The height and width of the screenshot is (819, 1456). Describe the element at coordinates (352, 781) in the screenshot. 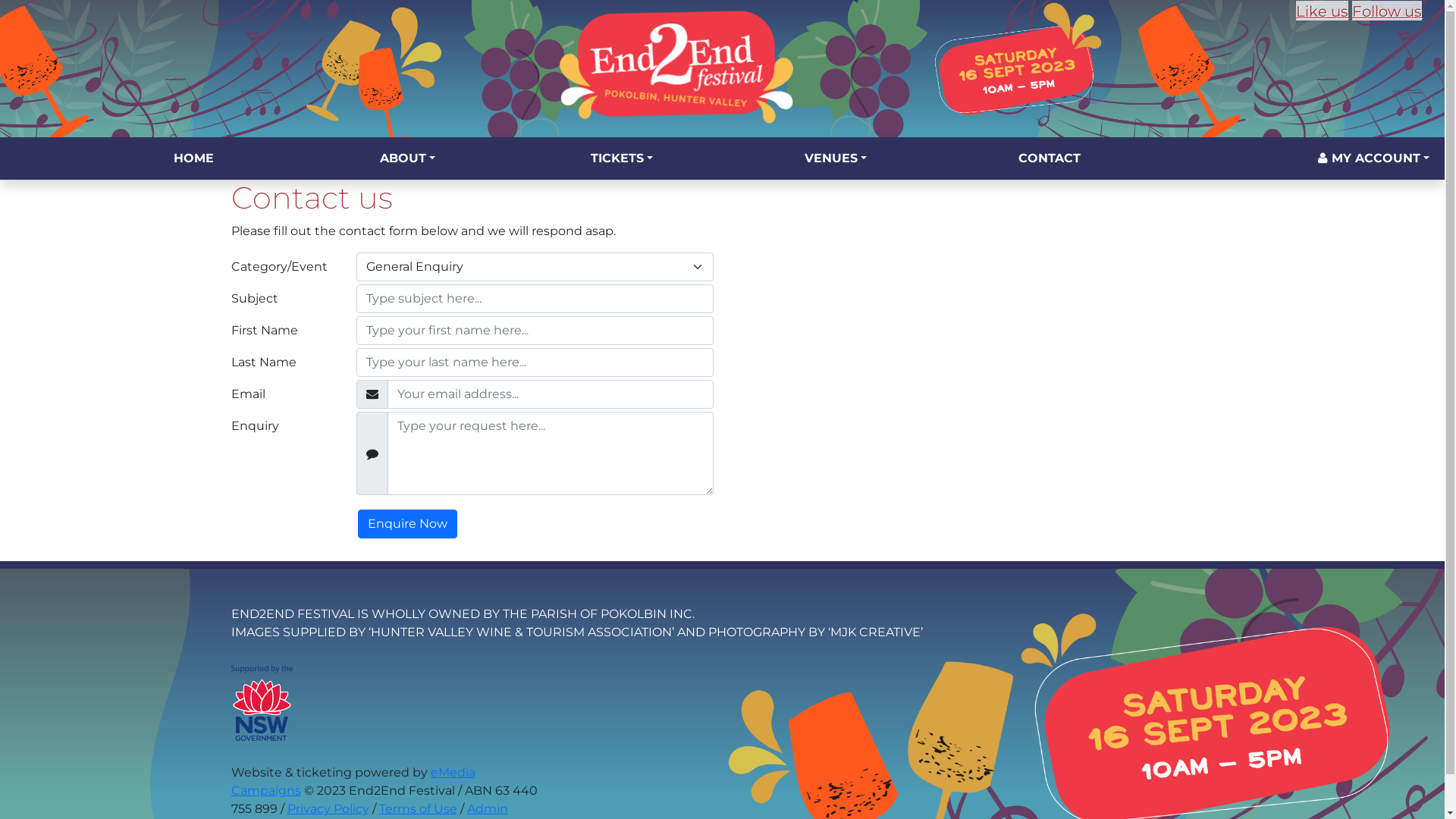

I see `'eMedia Campaigns'` at that location.